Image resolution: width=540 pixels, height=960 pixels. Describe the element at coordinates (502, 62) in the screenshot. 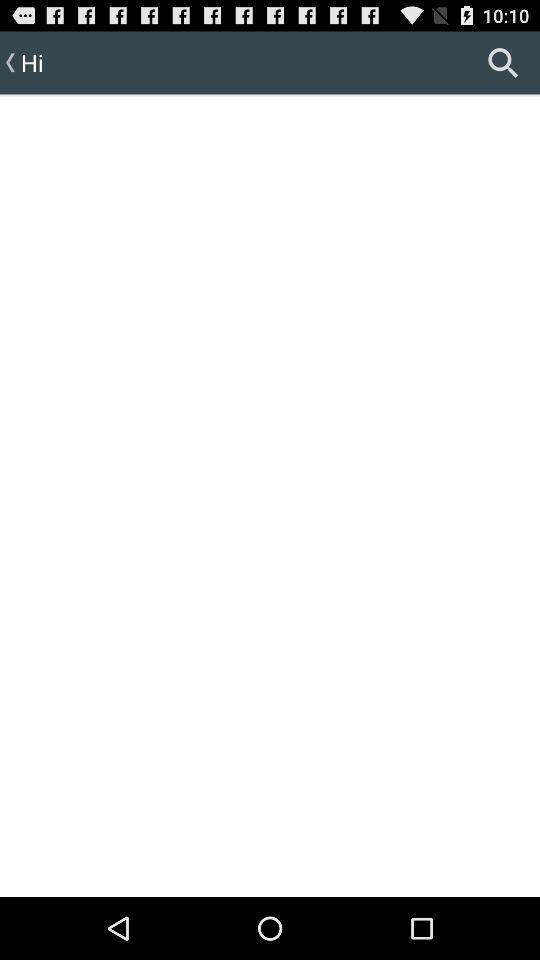

I see `the app next to hi app` at that location.